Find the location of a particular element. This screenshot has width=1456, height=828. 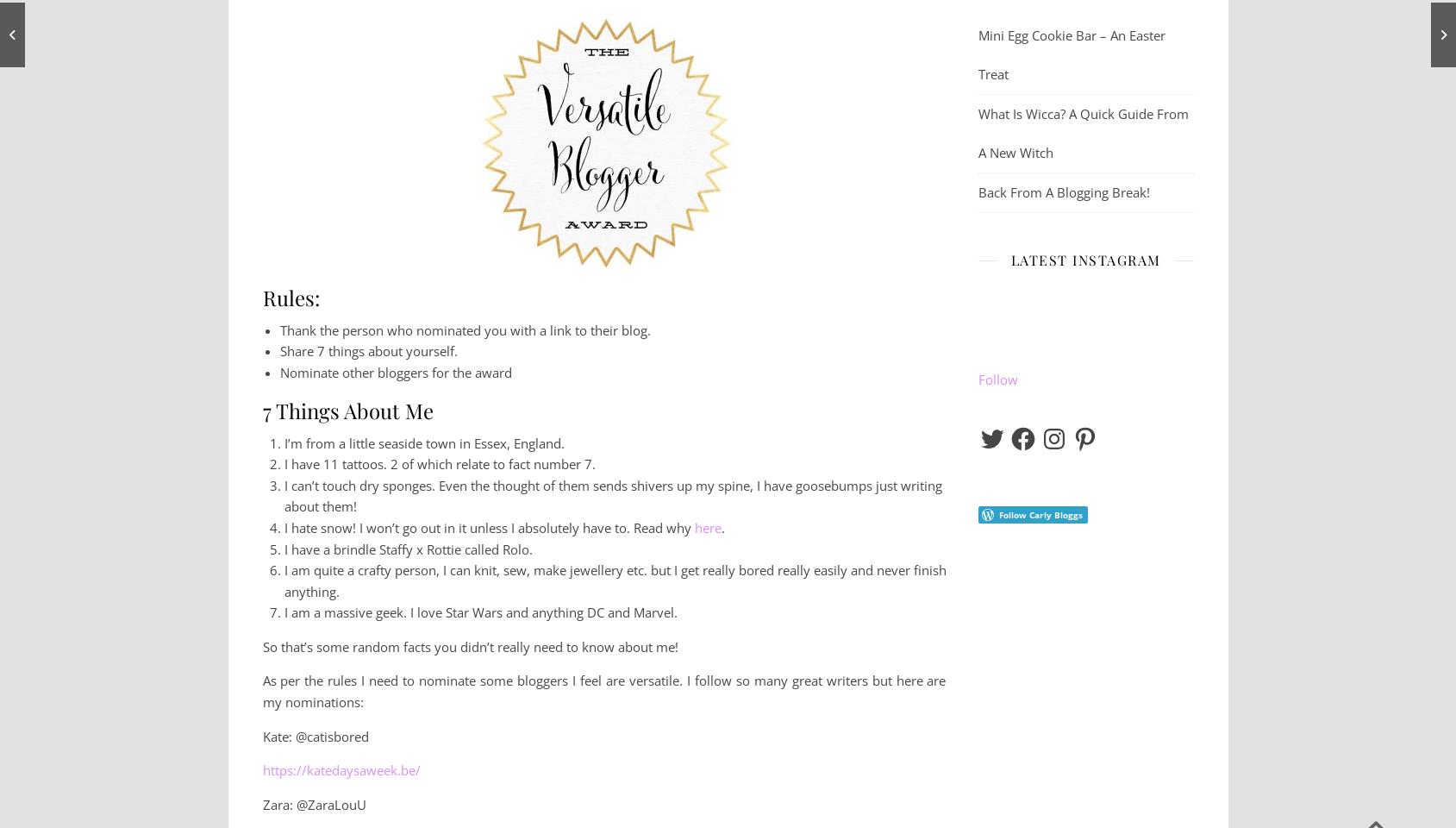

'Latest Instagram' is located at coordinates (1009, 260).